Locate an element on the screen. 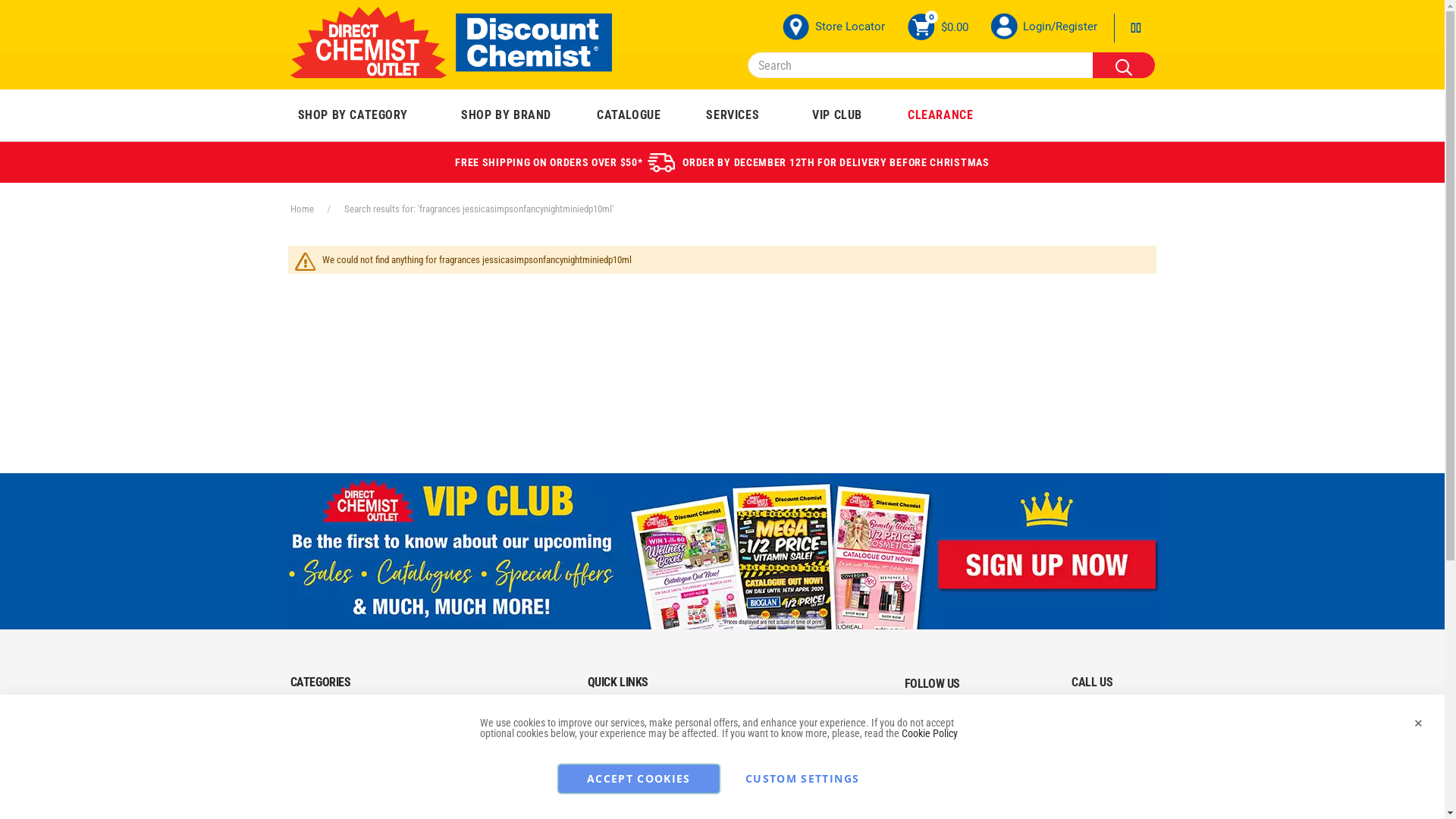  'Store Locator' is located at coordinates (833, 27).